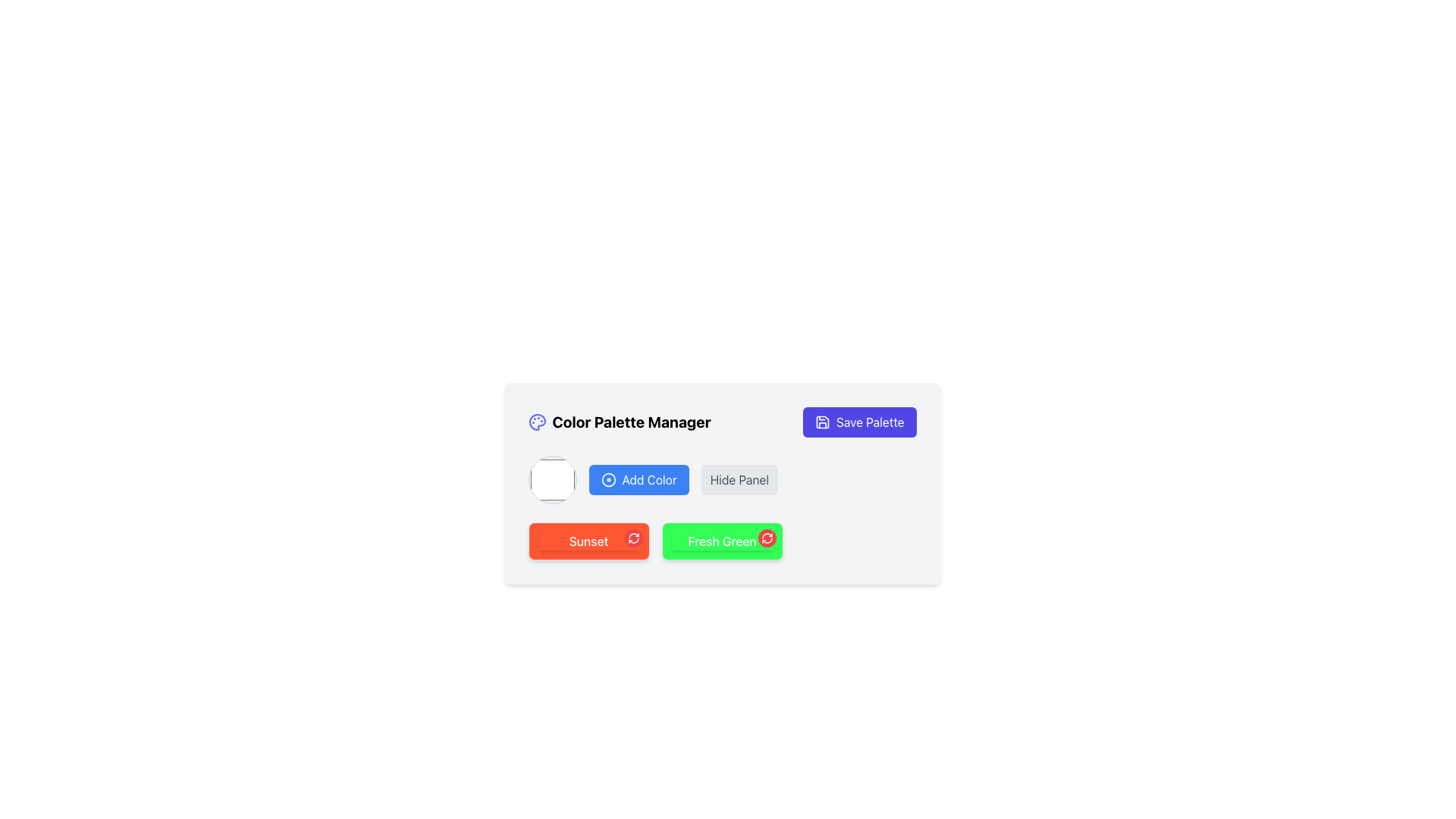 The image size is (1456, 819). I want to click on the circular color picker in the Color Palette Manager to select or modify a color, so click(721, 479).